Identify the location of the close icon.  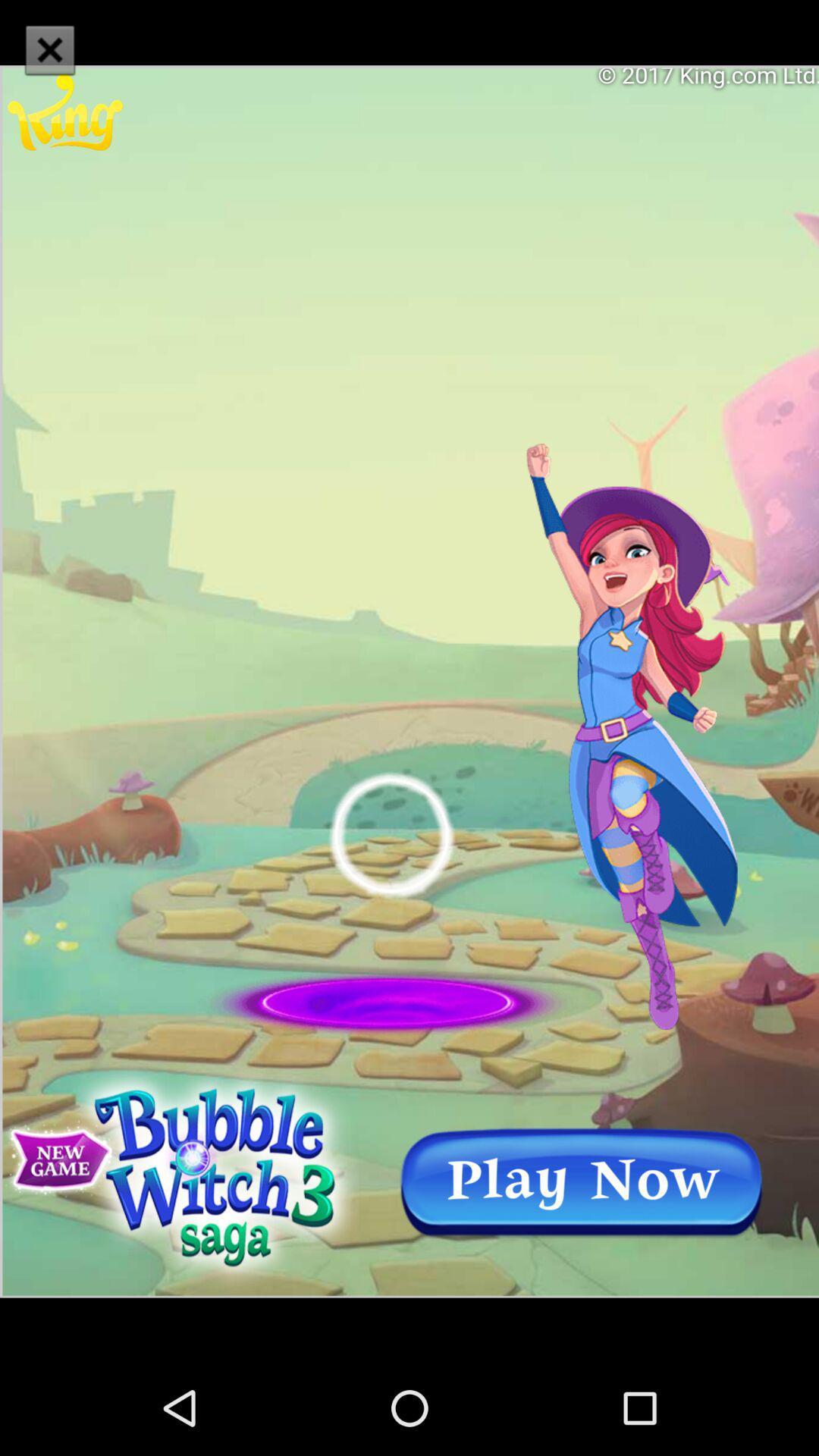
(49, 49).